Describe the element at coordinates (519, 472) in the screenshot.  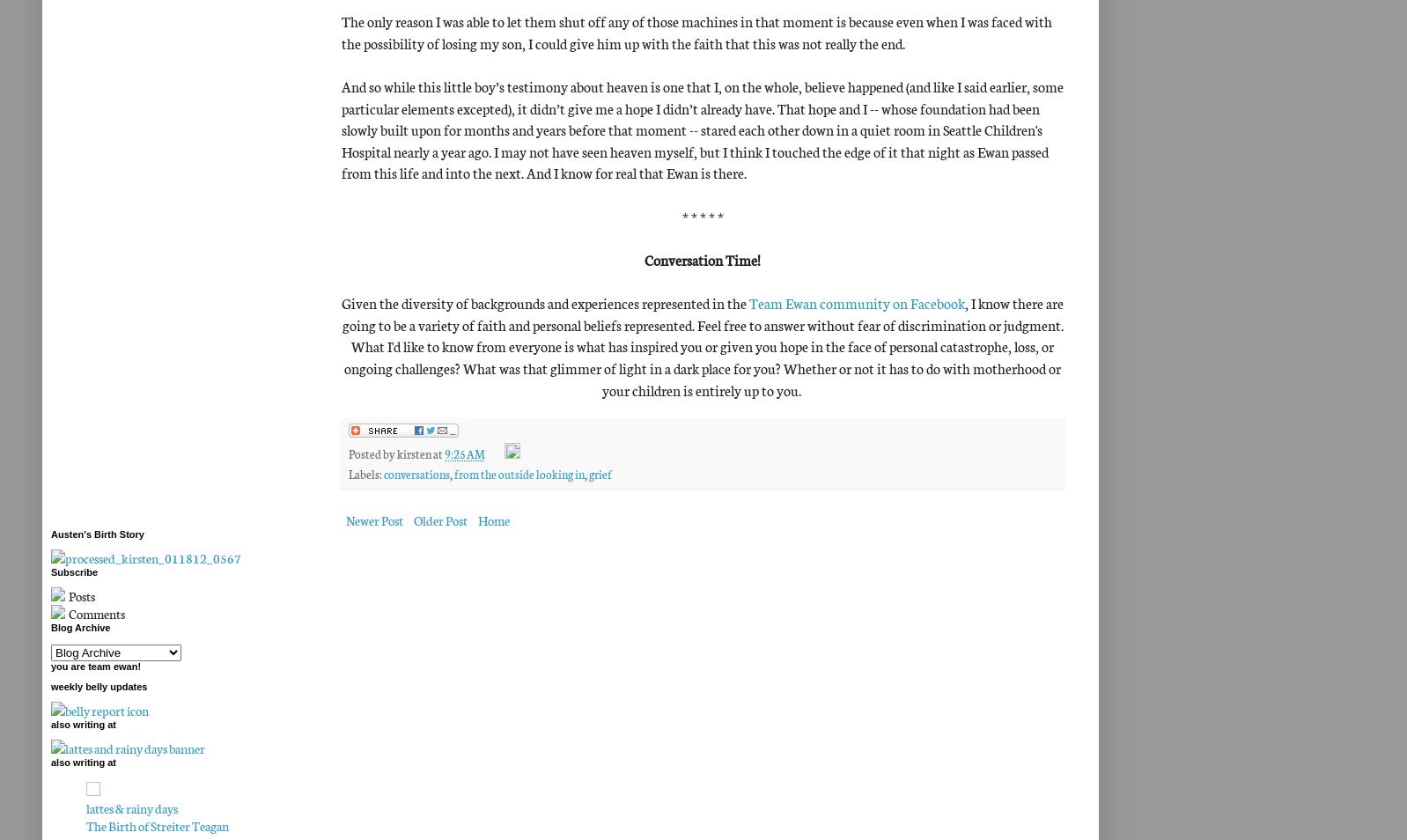
I see `'from the outside looking in'` at that location.